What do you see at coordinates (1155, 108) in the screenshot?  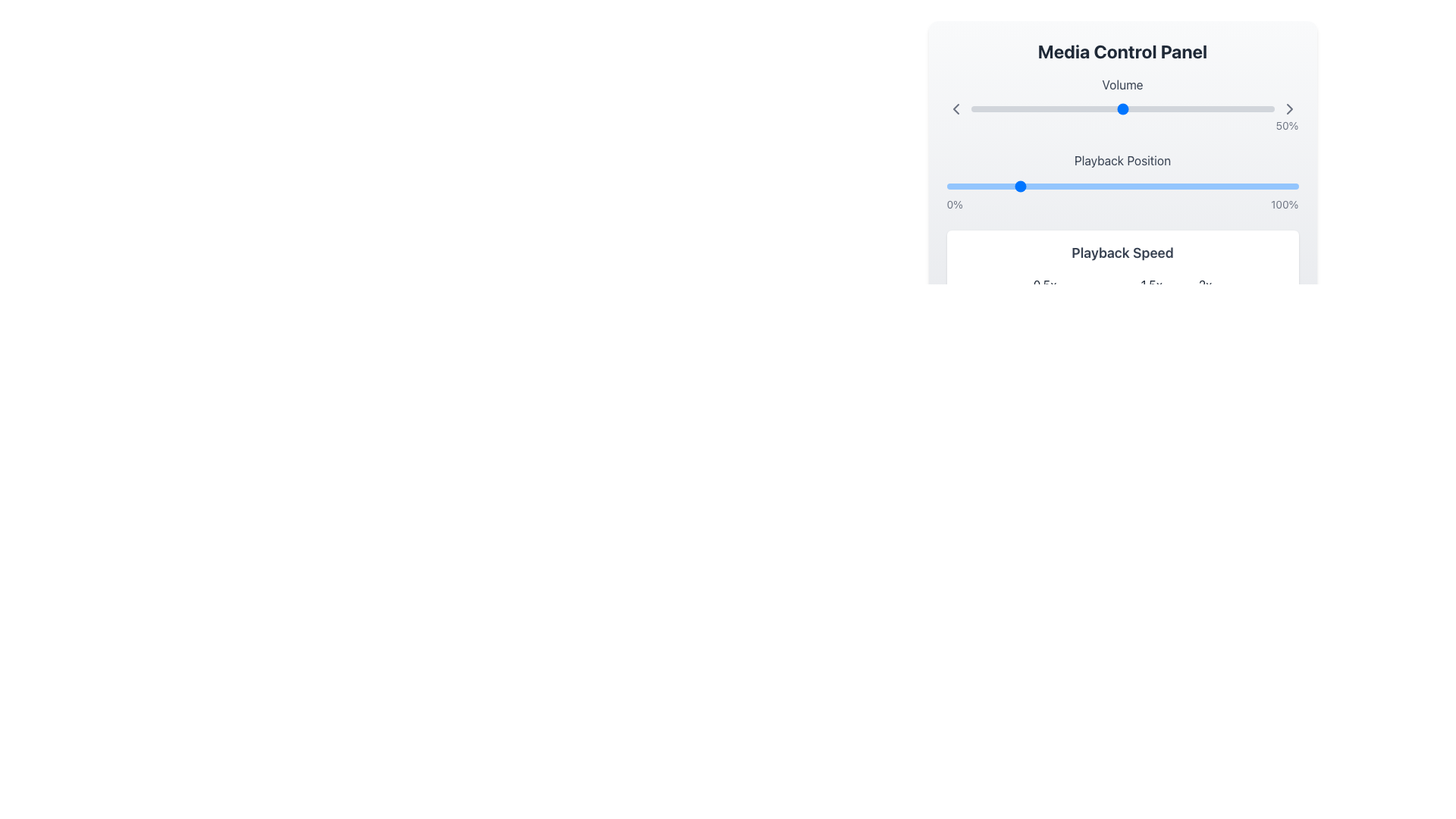 I see `volume` at bounding box center [1155, 108].